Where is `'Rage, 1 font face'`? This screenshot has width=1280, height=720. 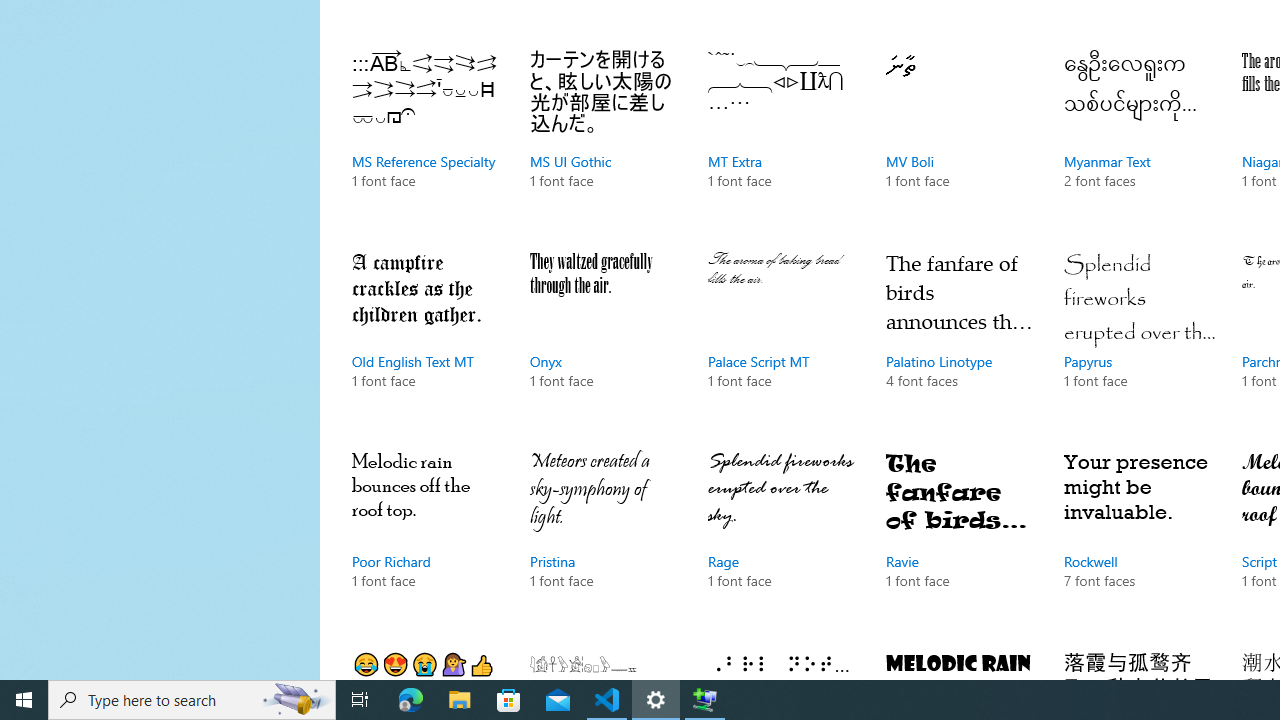 'Rage, 1 font face' is located at coordinates (782, 540).